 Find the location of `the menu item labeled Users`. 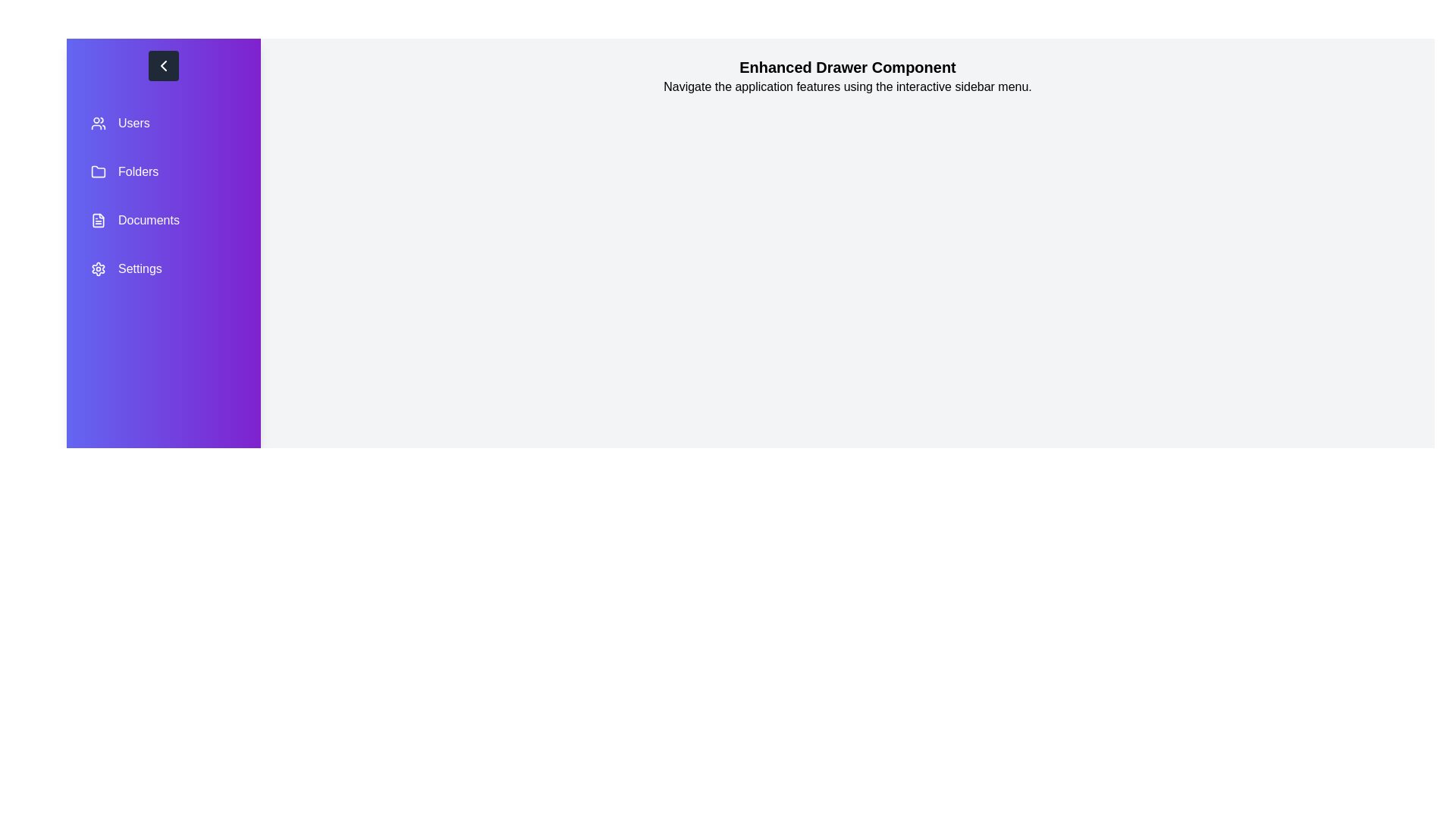

the menu item labeled Users is located at coordinates (164, 122).